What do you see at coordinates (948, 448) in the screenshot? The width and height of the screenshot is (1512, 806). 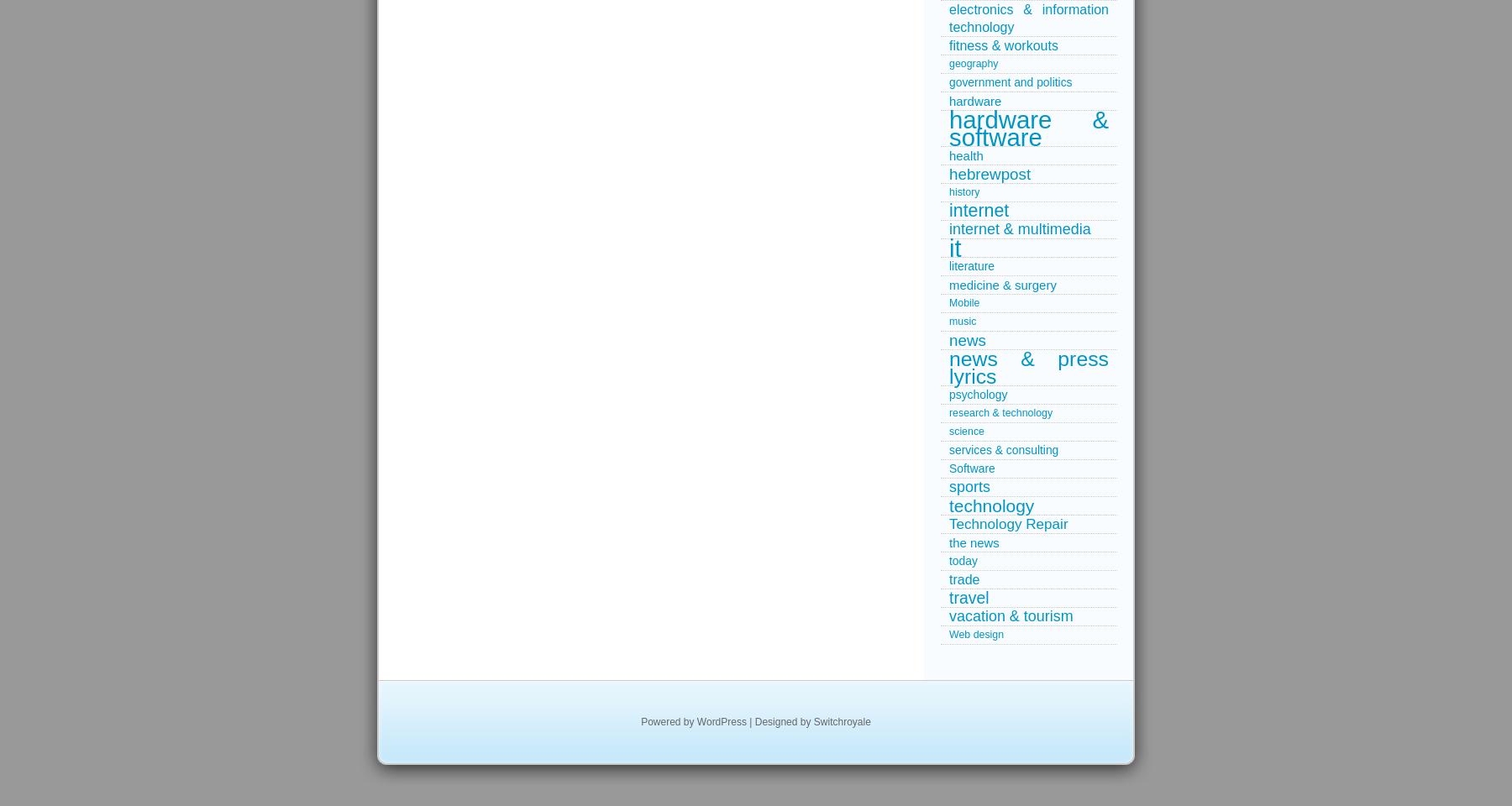 I see `'services & consulting'` at bounding box center [948, 448].